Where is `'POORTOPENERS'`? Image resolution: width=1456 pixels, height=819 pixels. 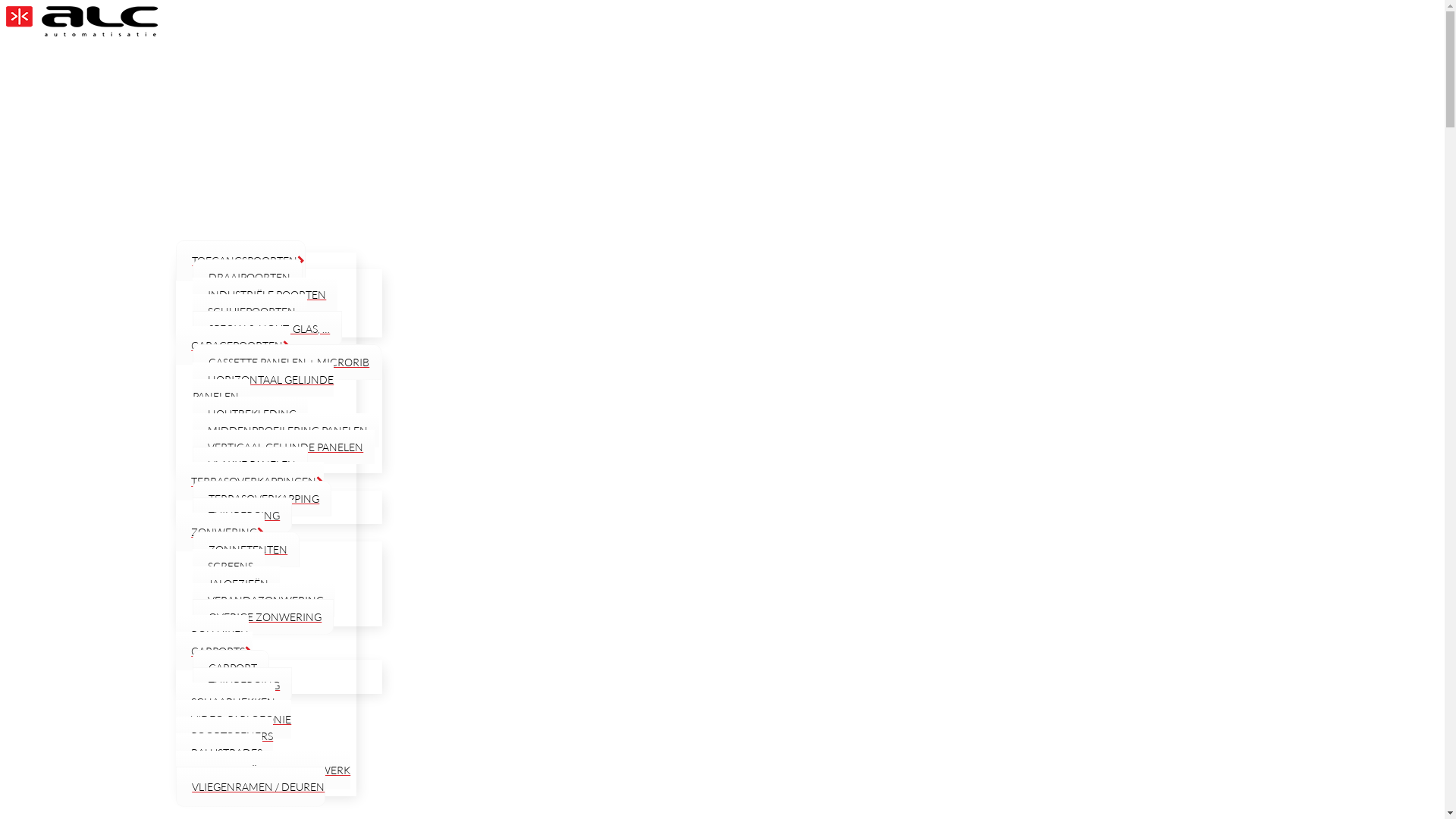
'POORTOPENERS' is located at coordinates (224, 735).